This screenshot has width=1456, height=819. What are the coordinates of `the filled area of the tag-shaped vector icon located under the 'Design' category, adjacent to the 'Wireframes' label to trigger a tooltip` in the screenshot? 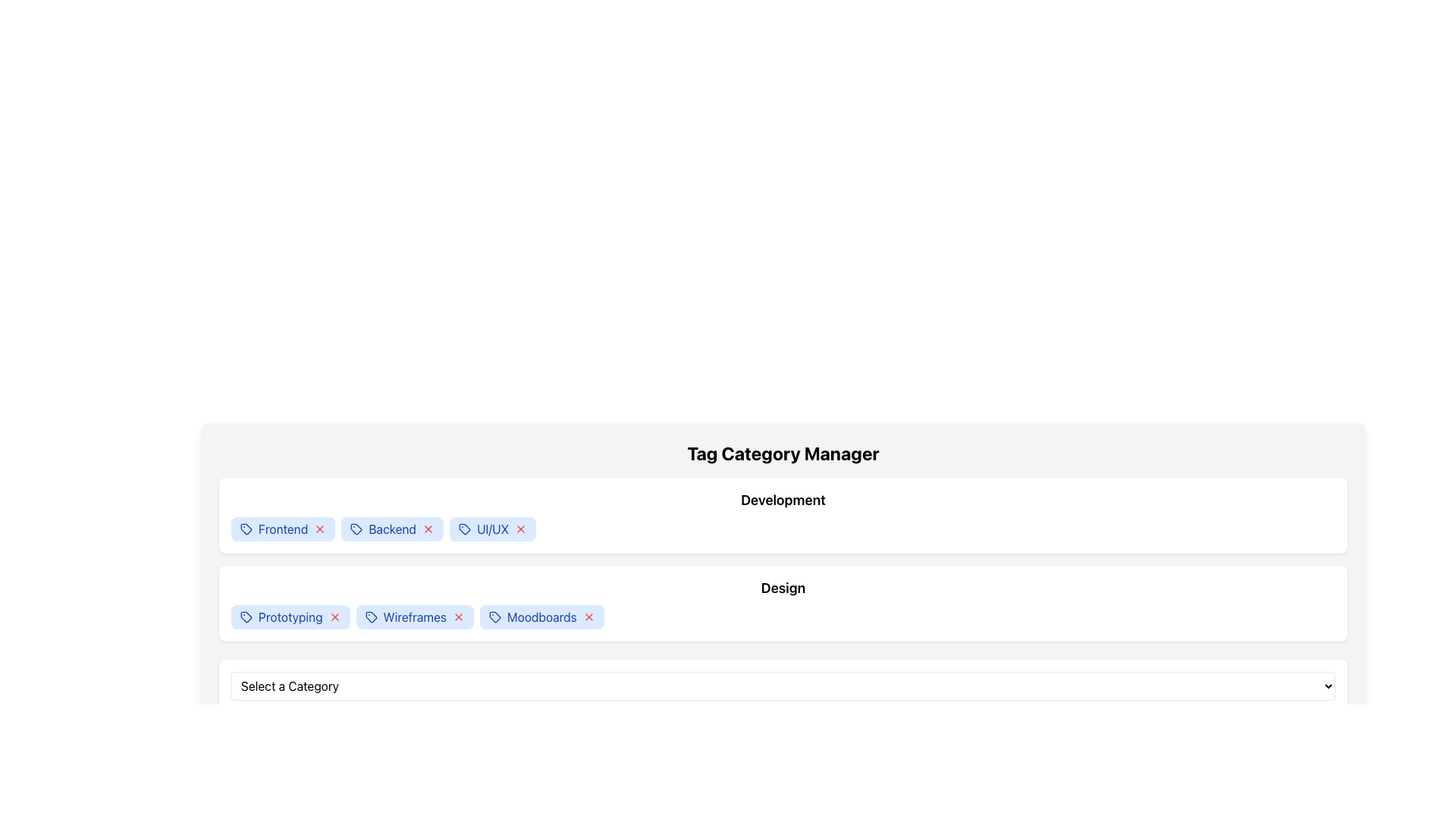 It's located at (371, 617).